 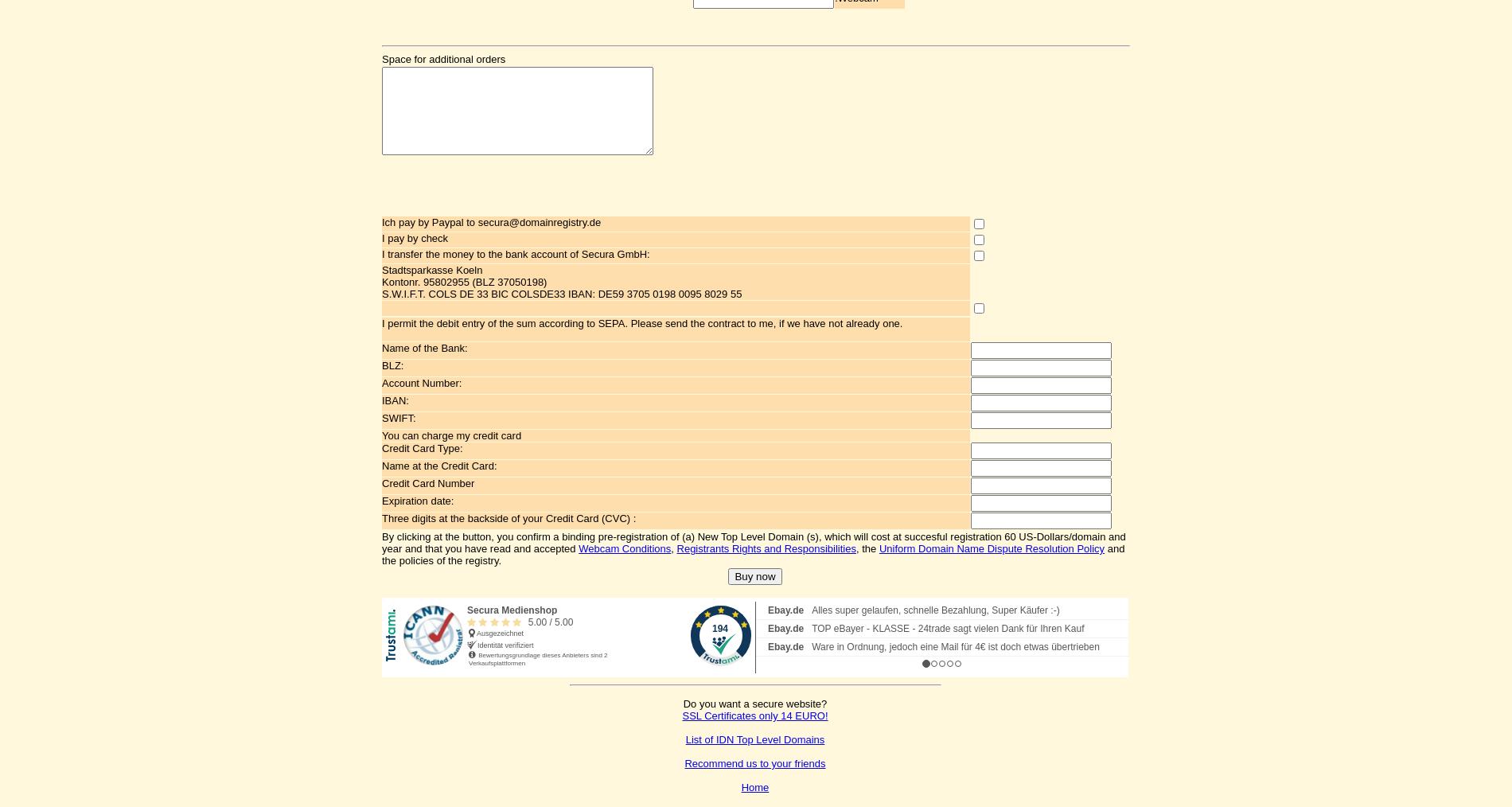 I want to click on 'Account Number:', so click(x=421, y=383).